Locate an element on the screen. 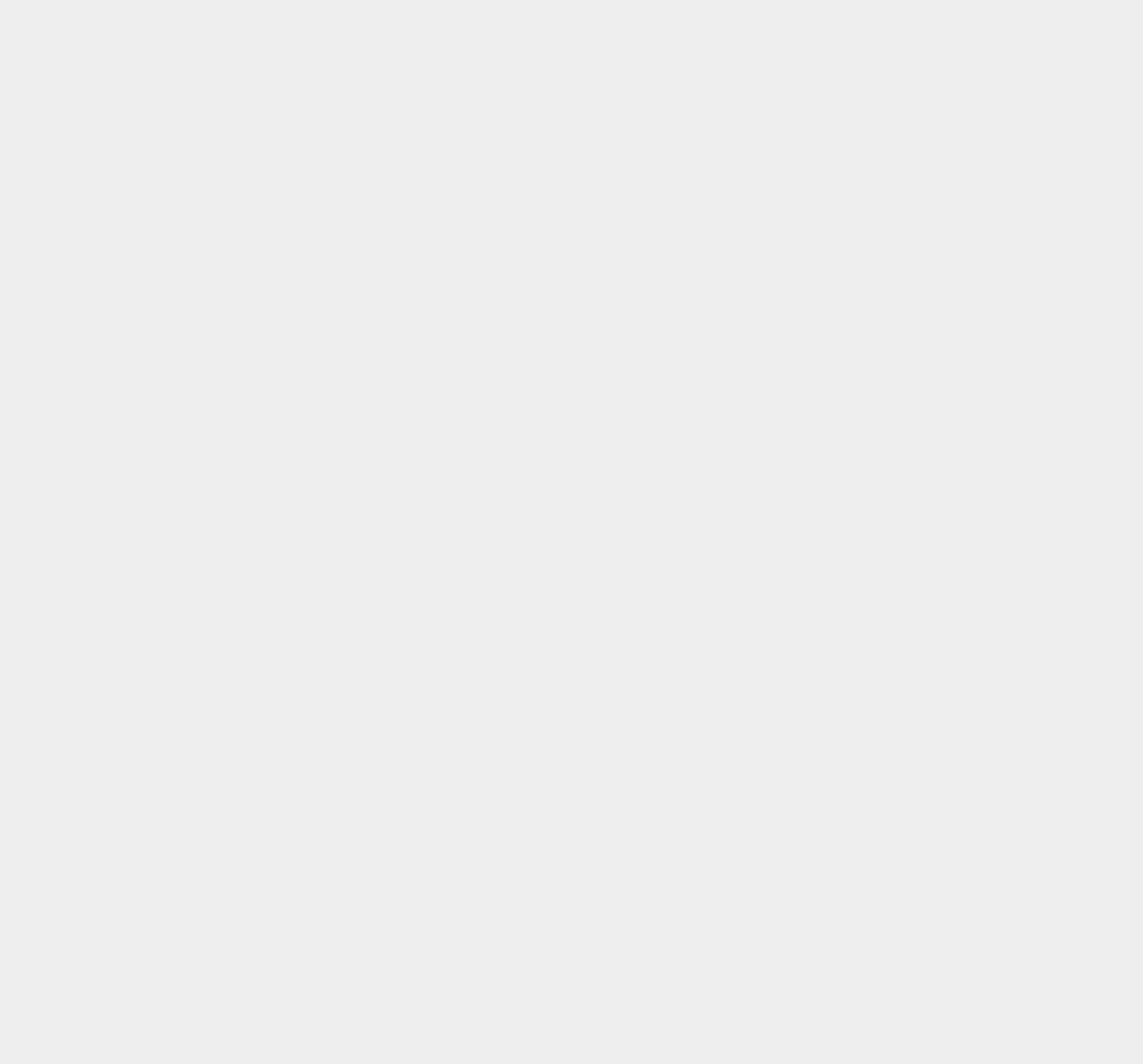  'LCD' is located at coordinates (807, 477).